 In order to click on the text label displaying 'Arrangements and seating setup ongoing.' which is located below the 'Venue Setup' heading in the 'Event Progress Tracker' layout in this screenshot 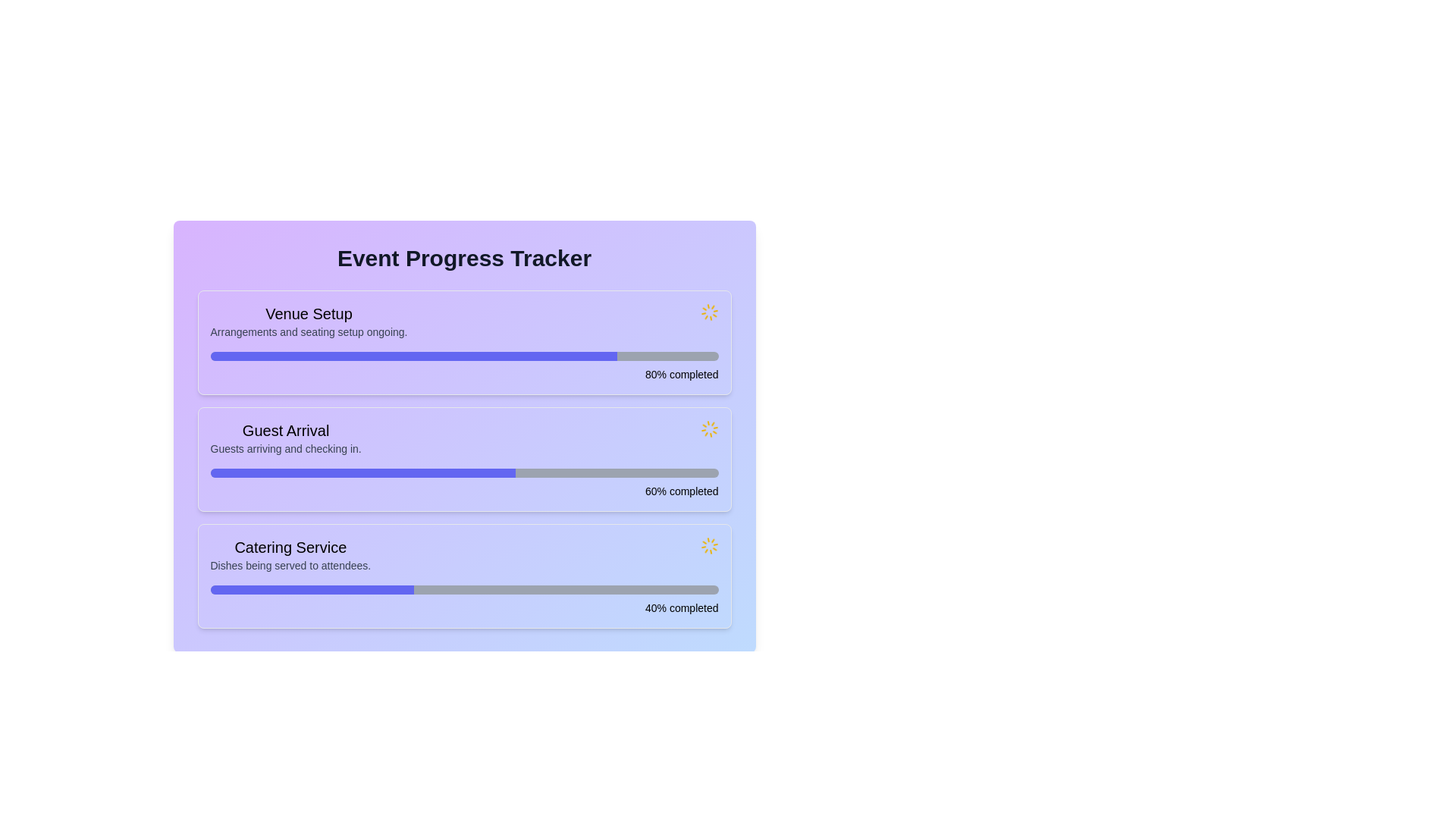, I will do `click(308, 331)`.